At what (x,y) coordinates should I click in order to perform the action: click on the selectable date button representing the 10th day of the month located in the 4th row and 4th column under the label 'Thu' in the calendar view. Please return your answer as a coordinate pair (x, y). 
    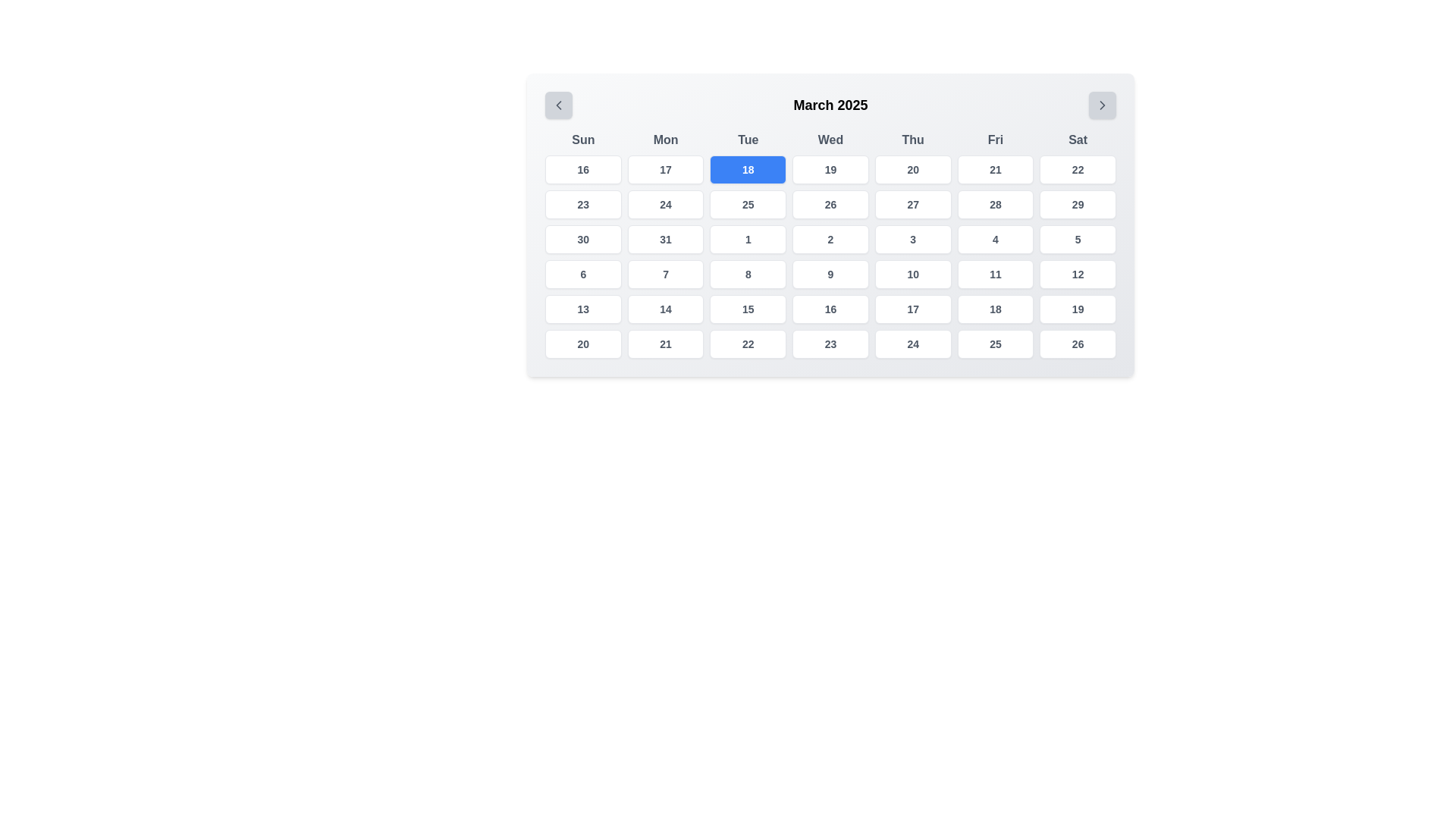
    Looking at the image, I should click on (912, 275).